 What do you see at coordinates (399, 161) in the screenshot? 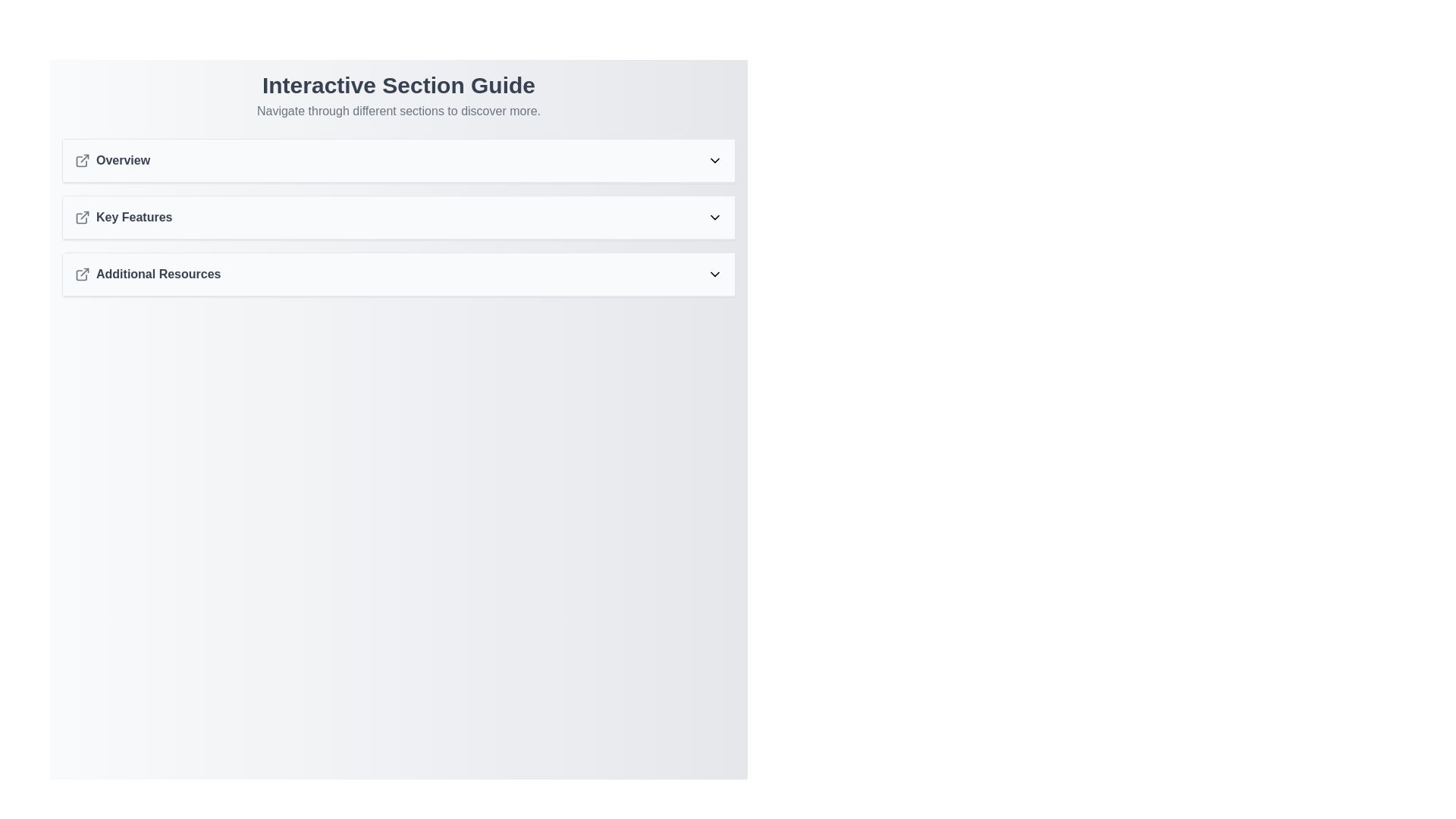
I see `the first navigation list item labeled 'Overview'` at bounding box center [399, 161].